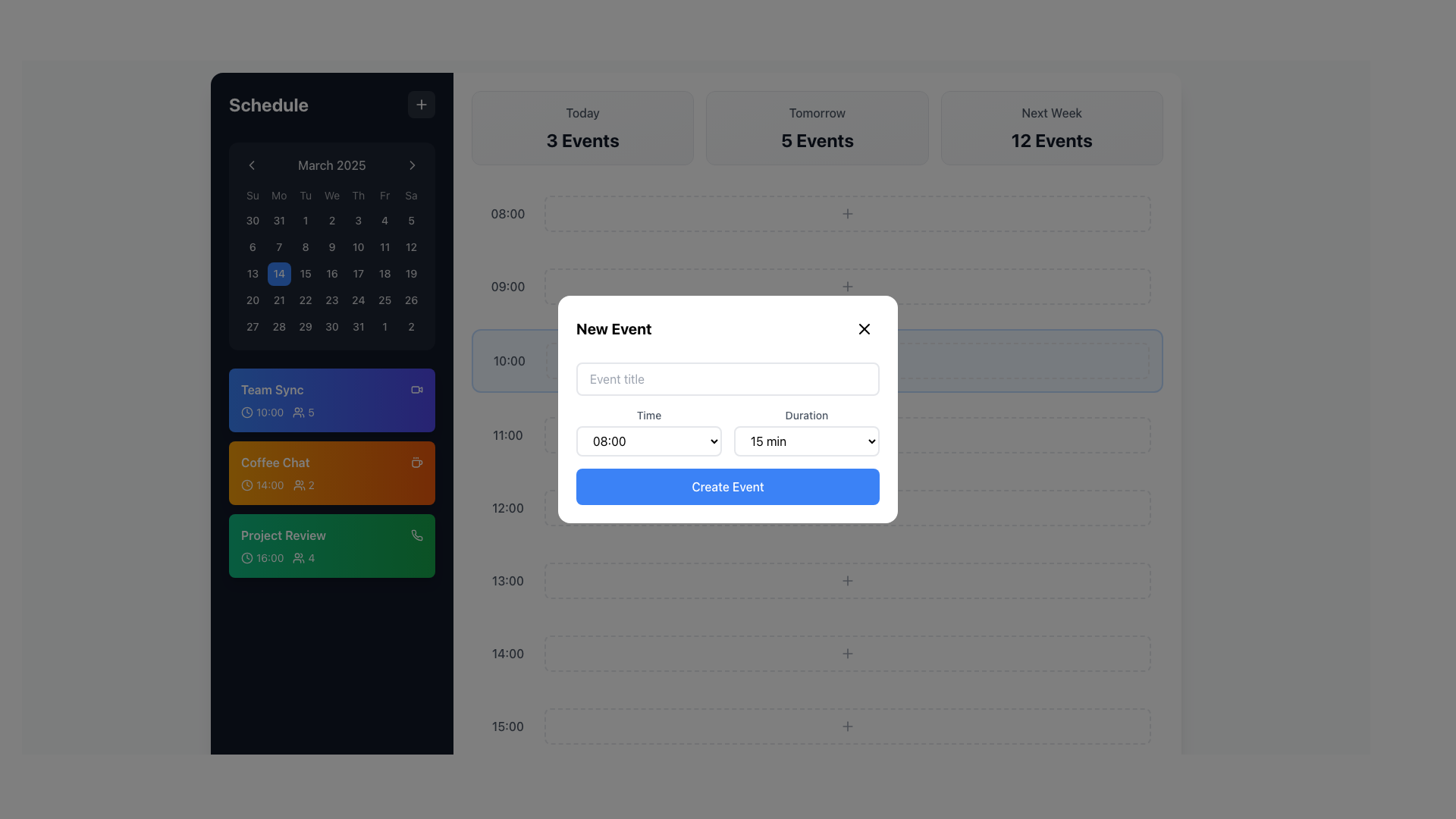 The image size is (1456, 819). I want to click on the text '14:00' next to the clock icon in the 'Coffee Chat' section of the left sidebar to get tooltip information, so click(262, 485).